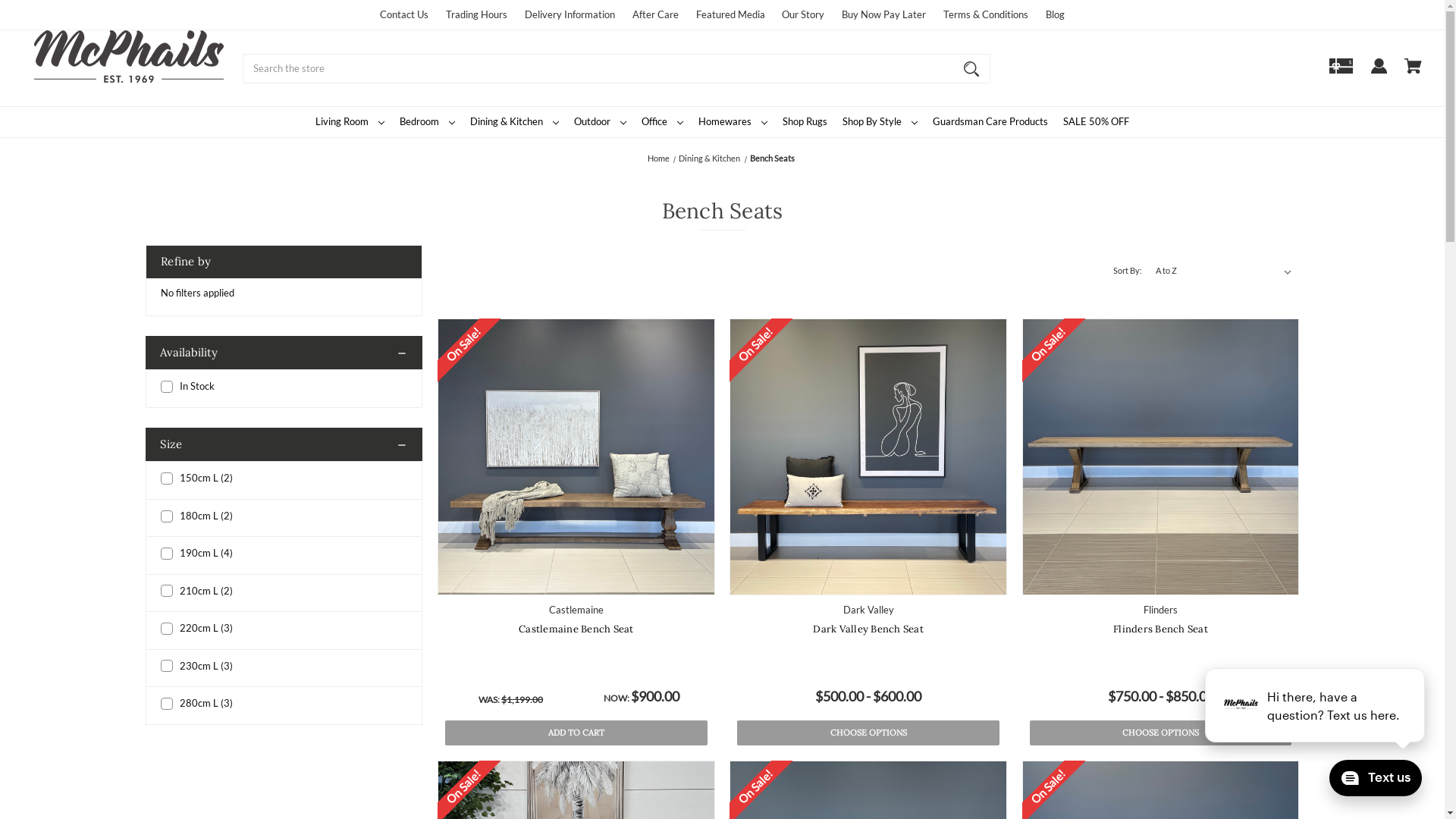 The height and width of the screenshot is (819, 1456). I want to click on 'Home', so click(658, 158).